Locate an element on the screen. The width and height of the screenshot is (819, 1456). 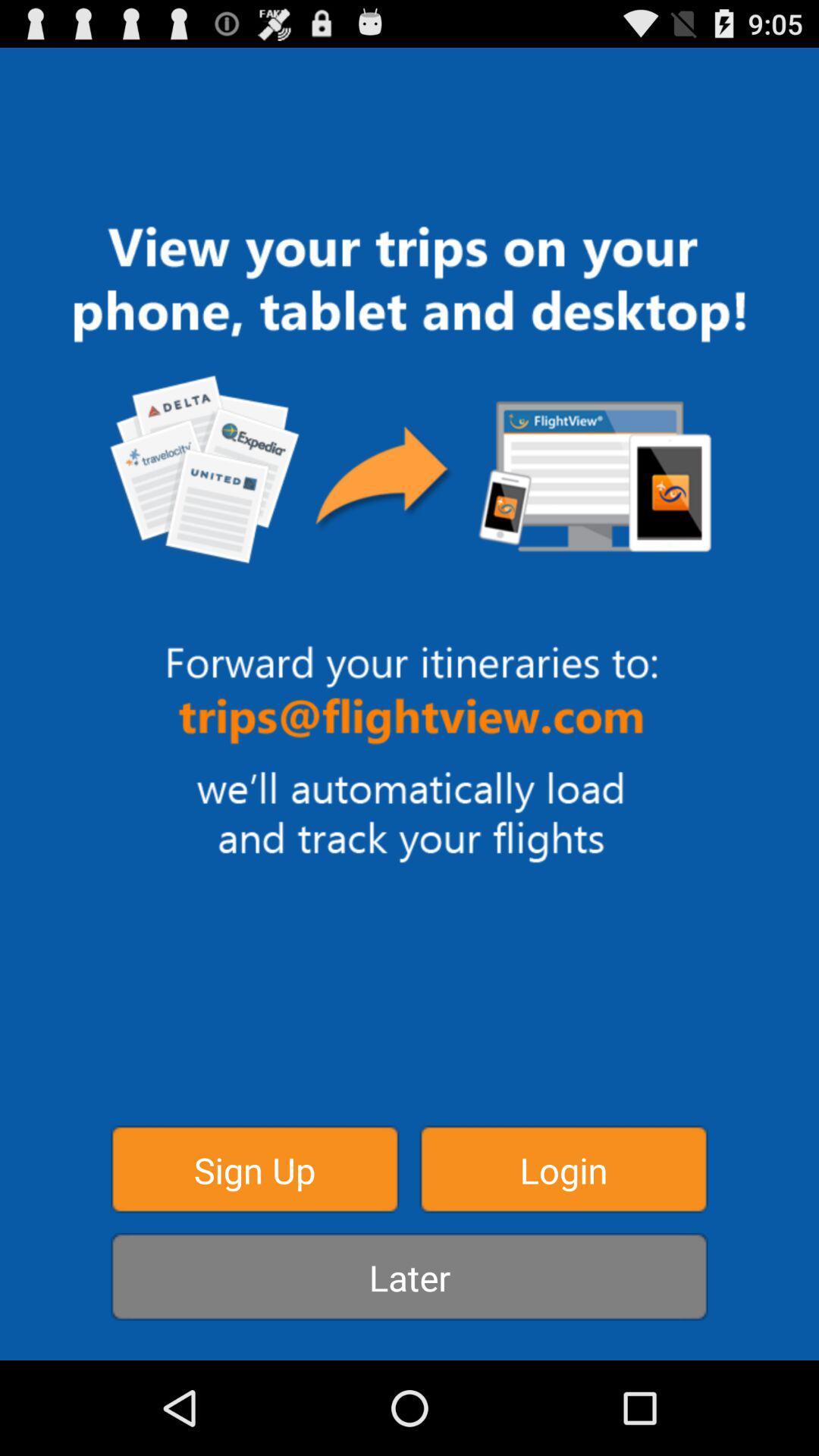
icon above the later icon is located at coordinates (563, 1168).